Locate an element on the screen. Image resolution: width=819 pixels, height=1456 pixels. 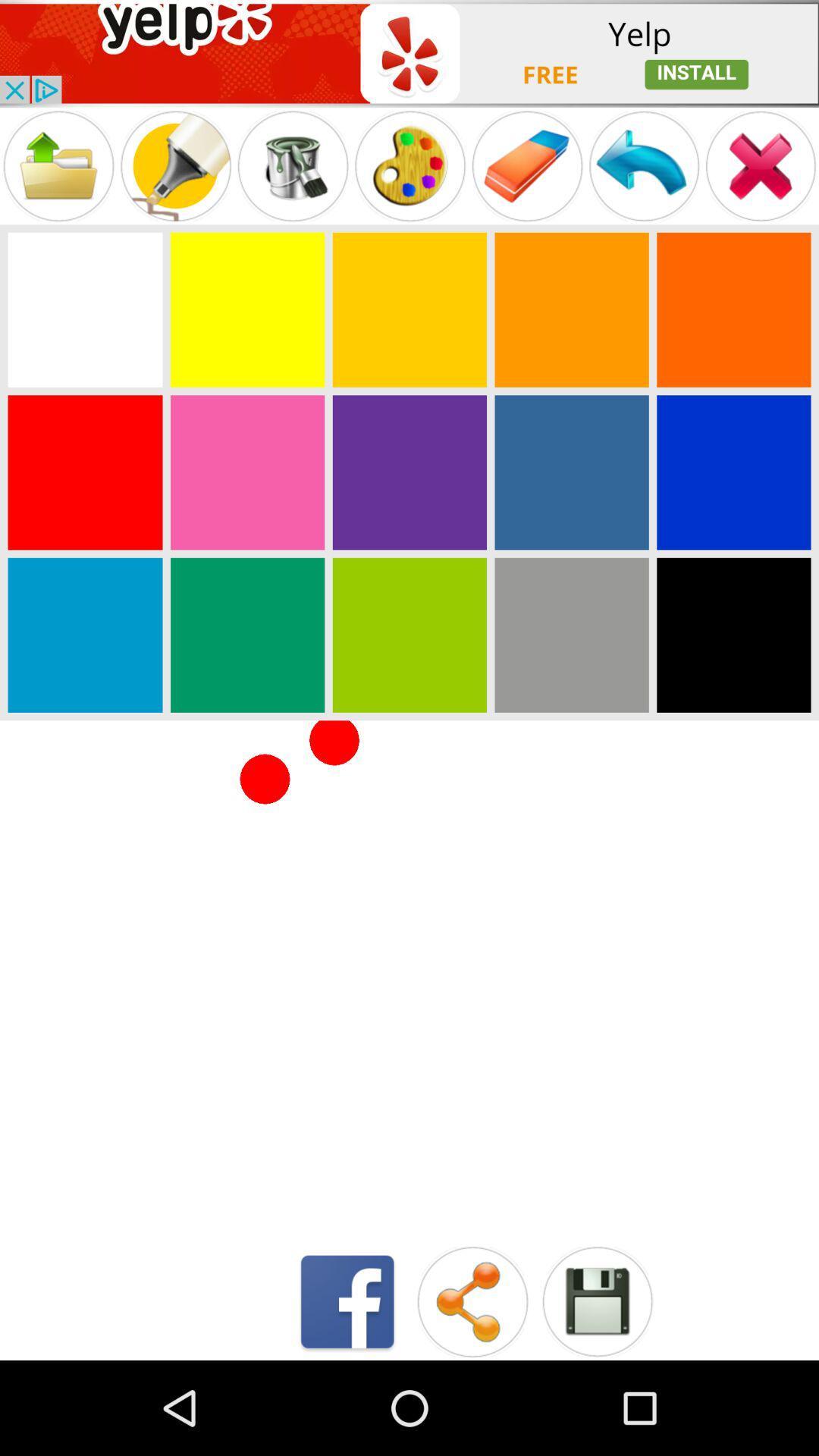
background page is located at coordinates (85, 635).